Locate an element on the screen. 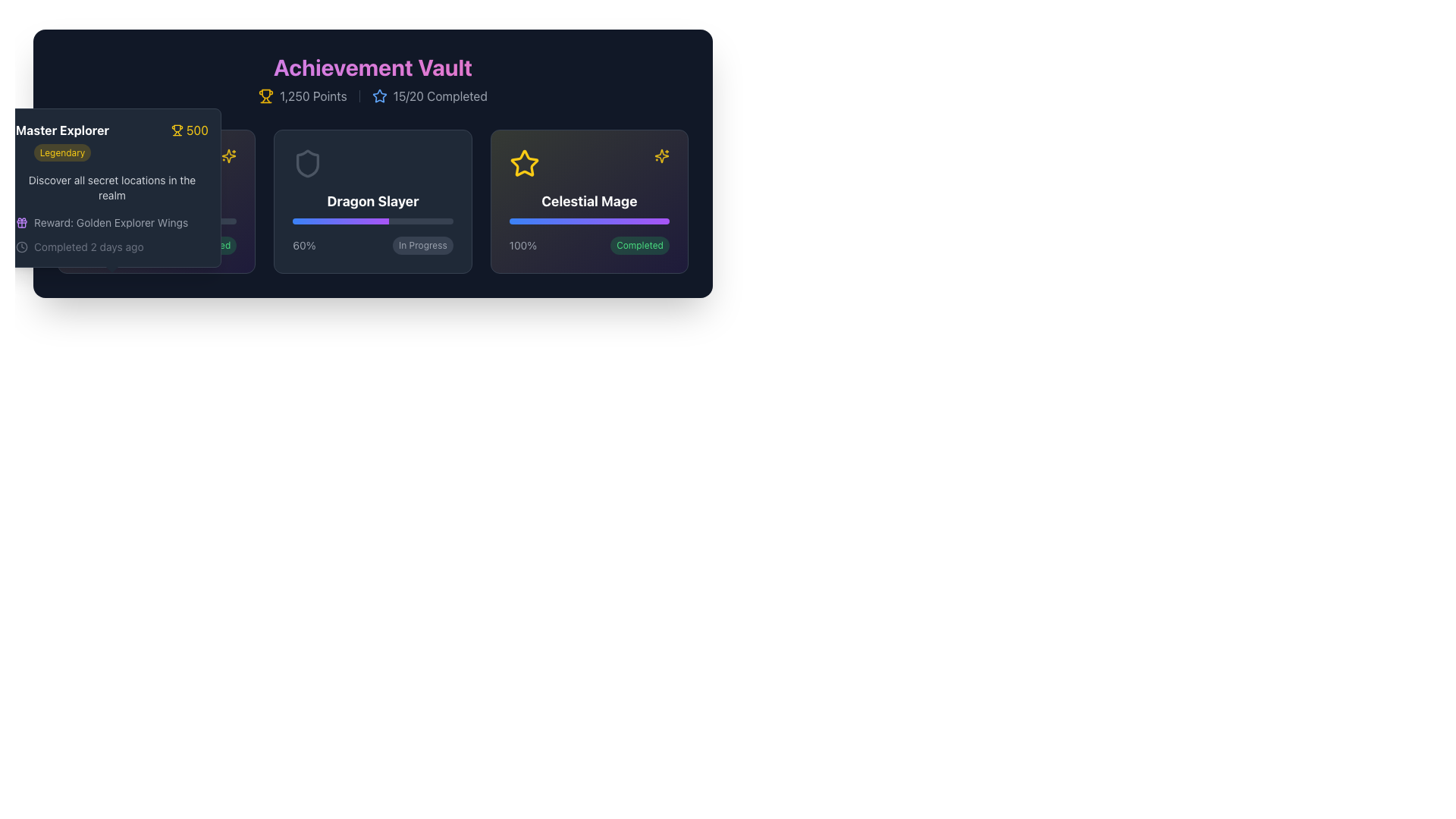 Image resolution: width=1456 pixels, height=819 pixels. the interactive embedded icons within the header that summarizes achievement-related statistics for navigation or more details is located at coordinates (372, 79).